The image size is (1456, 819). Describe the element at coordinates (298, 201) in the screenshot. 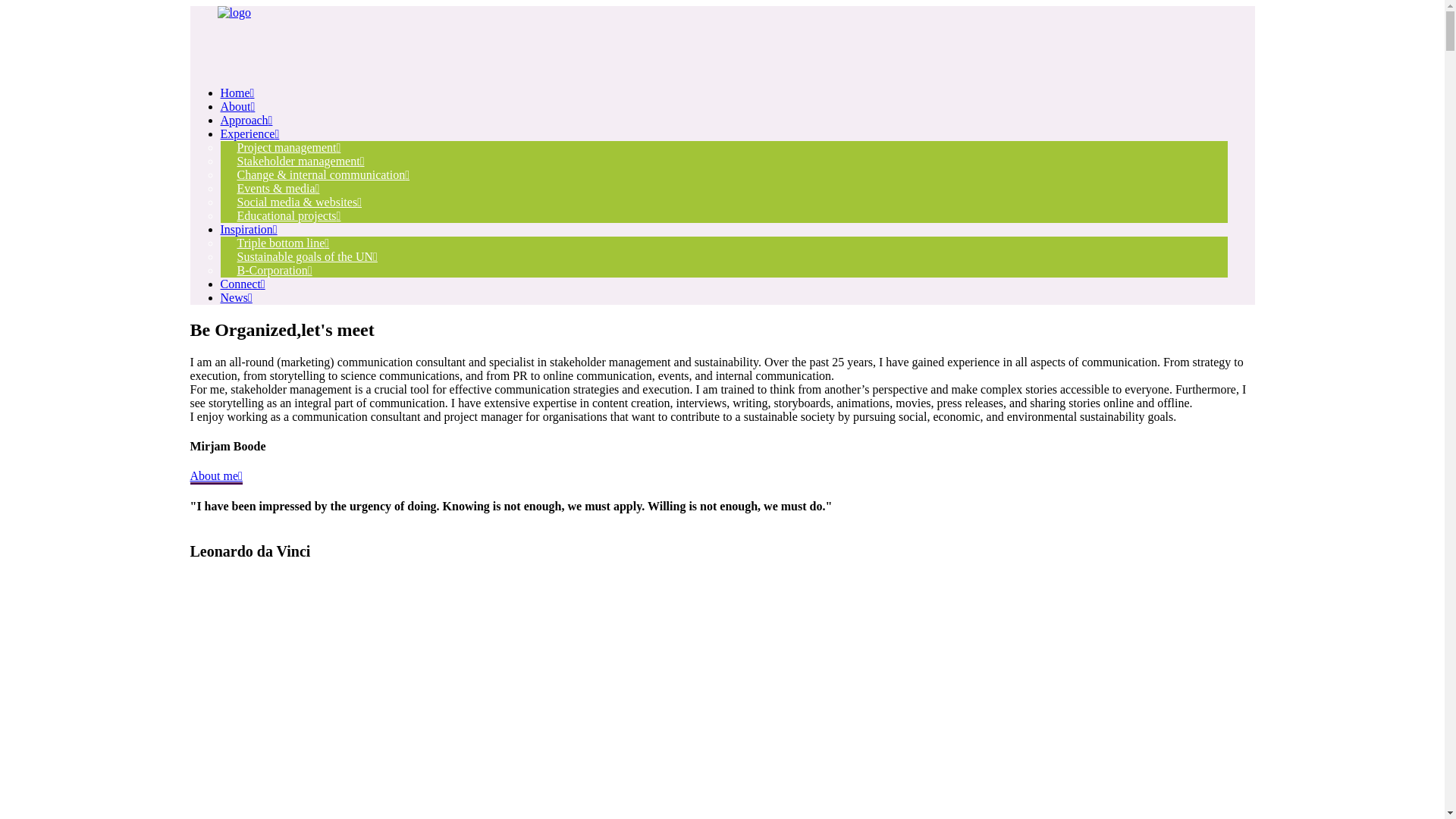

I see `'Social media & websites'` at that location.